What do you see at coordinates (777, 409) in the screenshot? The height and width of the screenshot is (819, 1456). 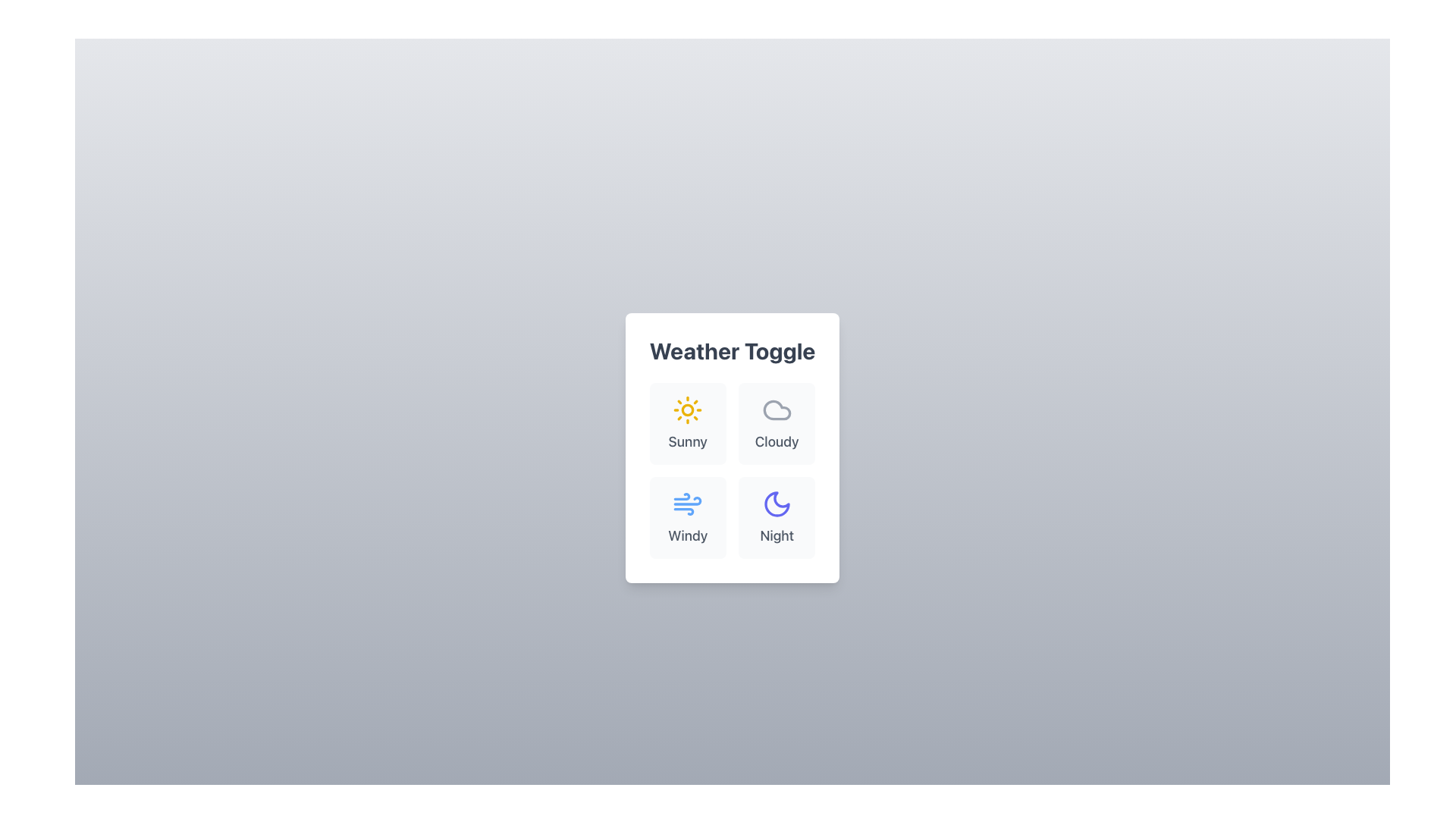 I see `the light gray cloud icon located in the top-right area of the 'Weather Toggle' card, directly below the word 'Cloudy'` at bounding box center [777, 409].